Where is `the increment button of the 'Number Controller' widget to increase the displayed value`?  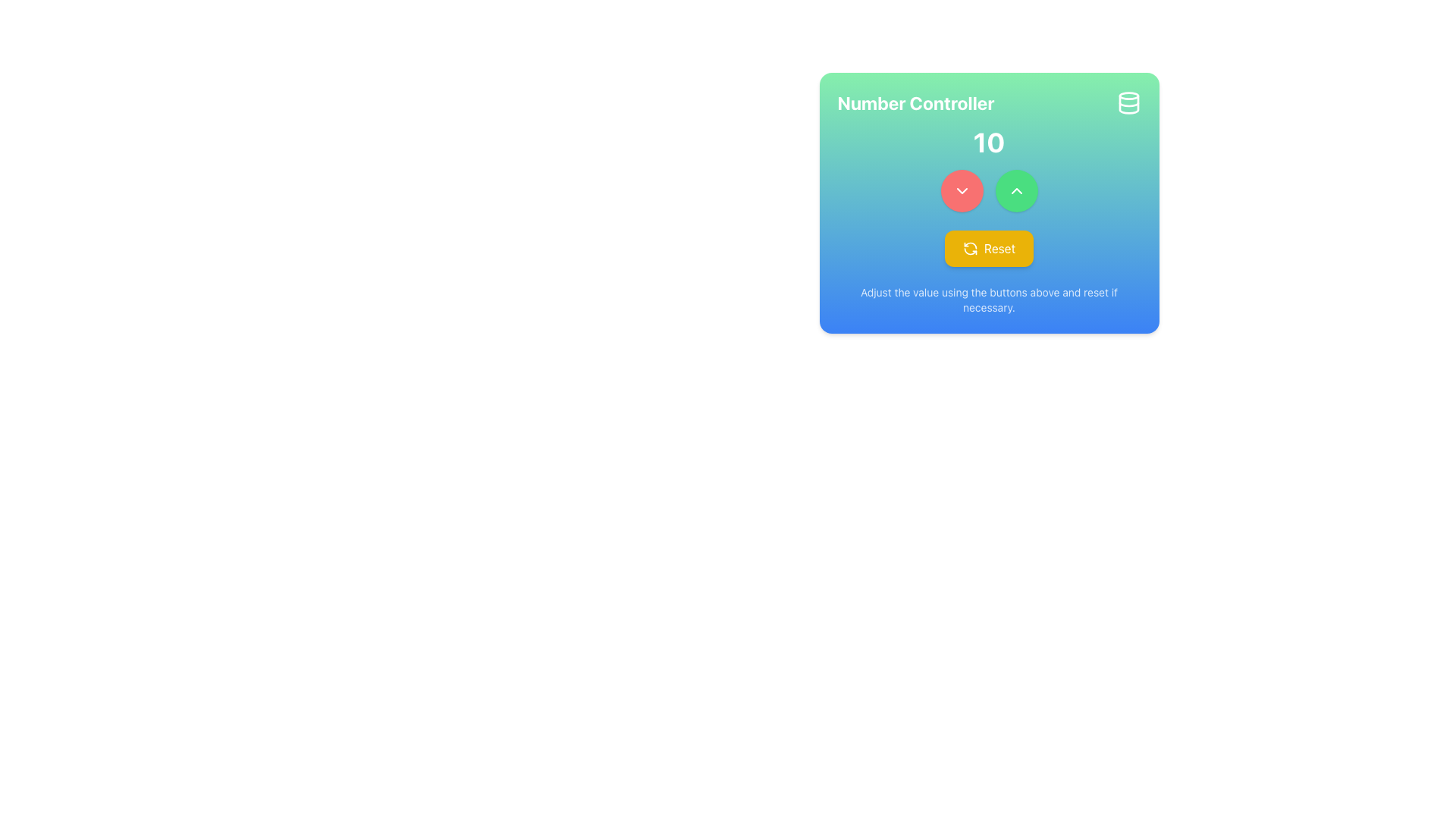
the increment button of the 'Number Controller' widget to increase the displayed value is located at coordinates (989, 202).